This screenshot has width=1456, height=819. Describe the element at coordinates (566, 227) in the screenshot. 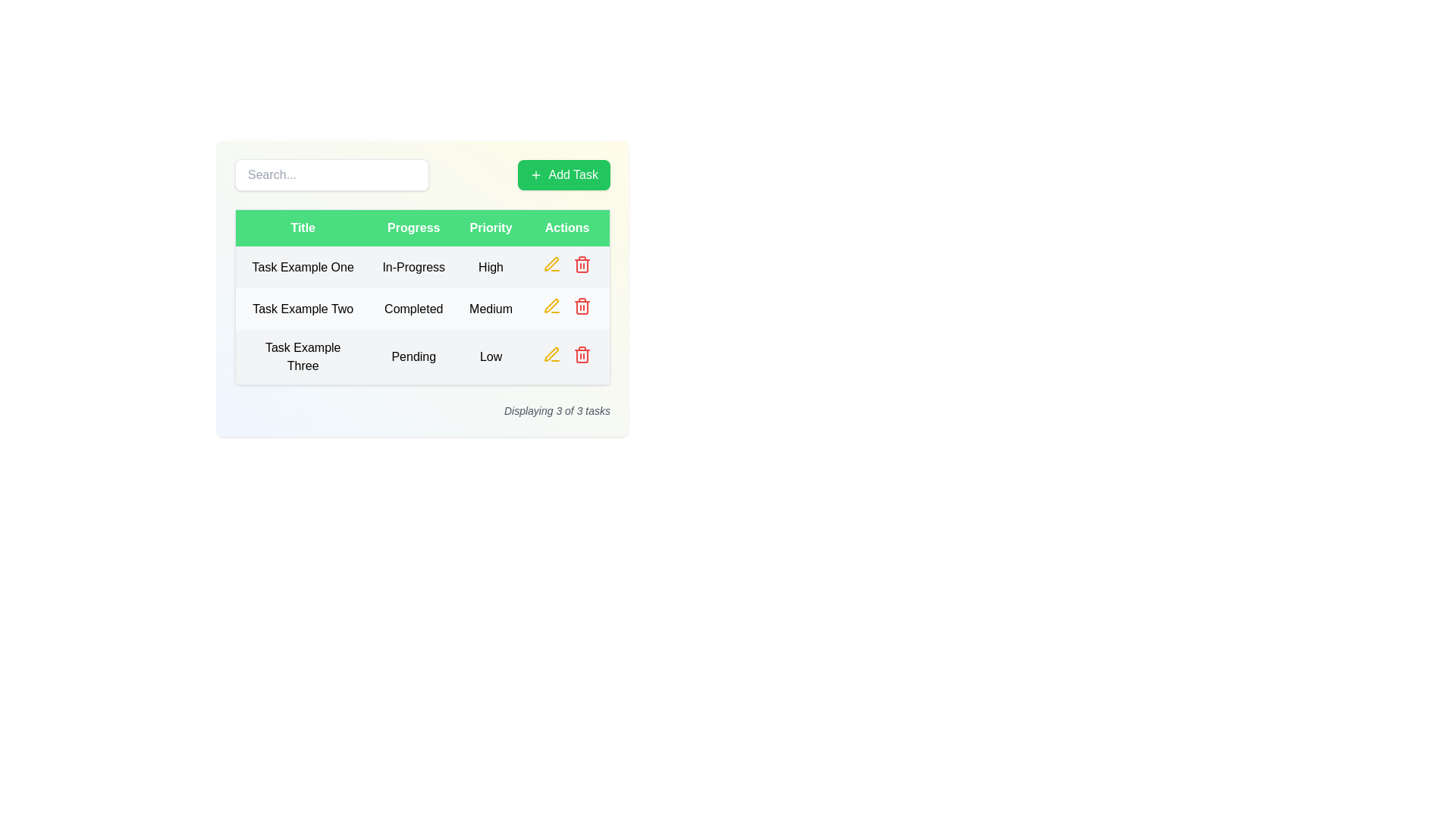

I see `the green rectangular column header labeled 'Actions' which is the fourth column in the table header row` at that location.